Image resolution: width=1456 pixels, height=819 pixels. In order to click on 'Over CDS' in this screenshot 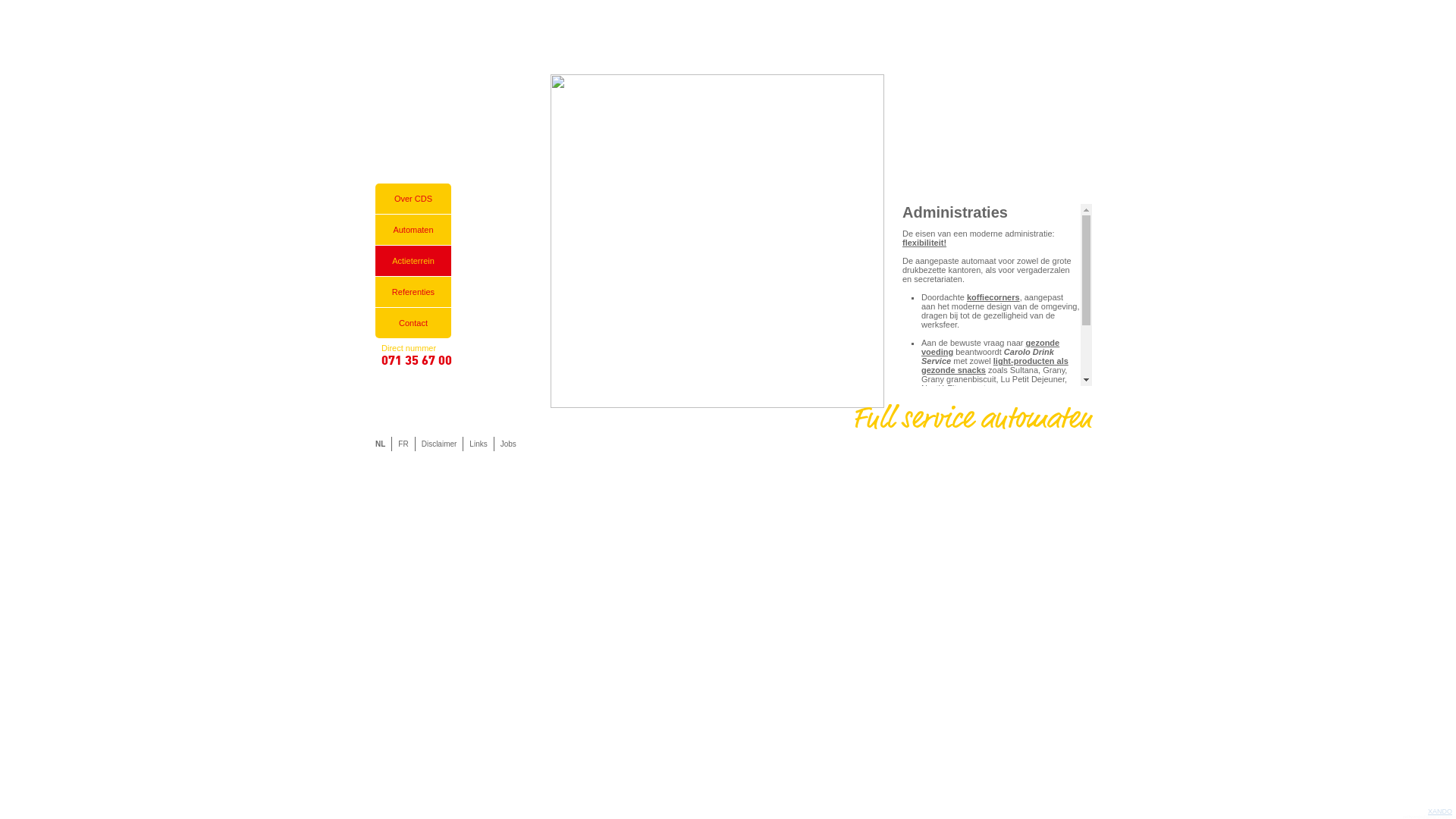, I will do `click(375, 198)`.